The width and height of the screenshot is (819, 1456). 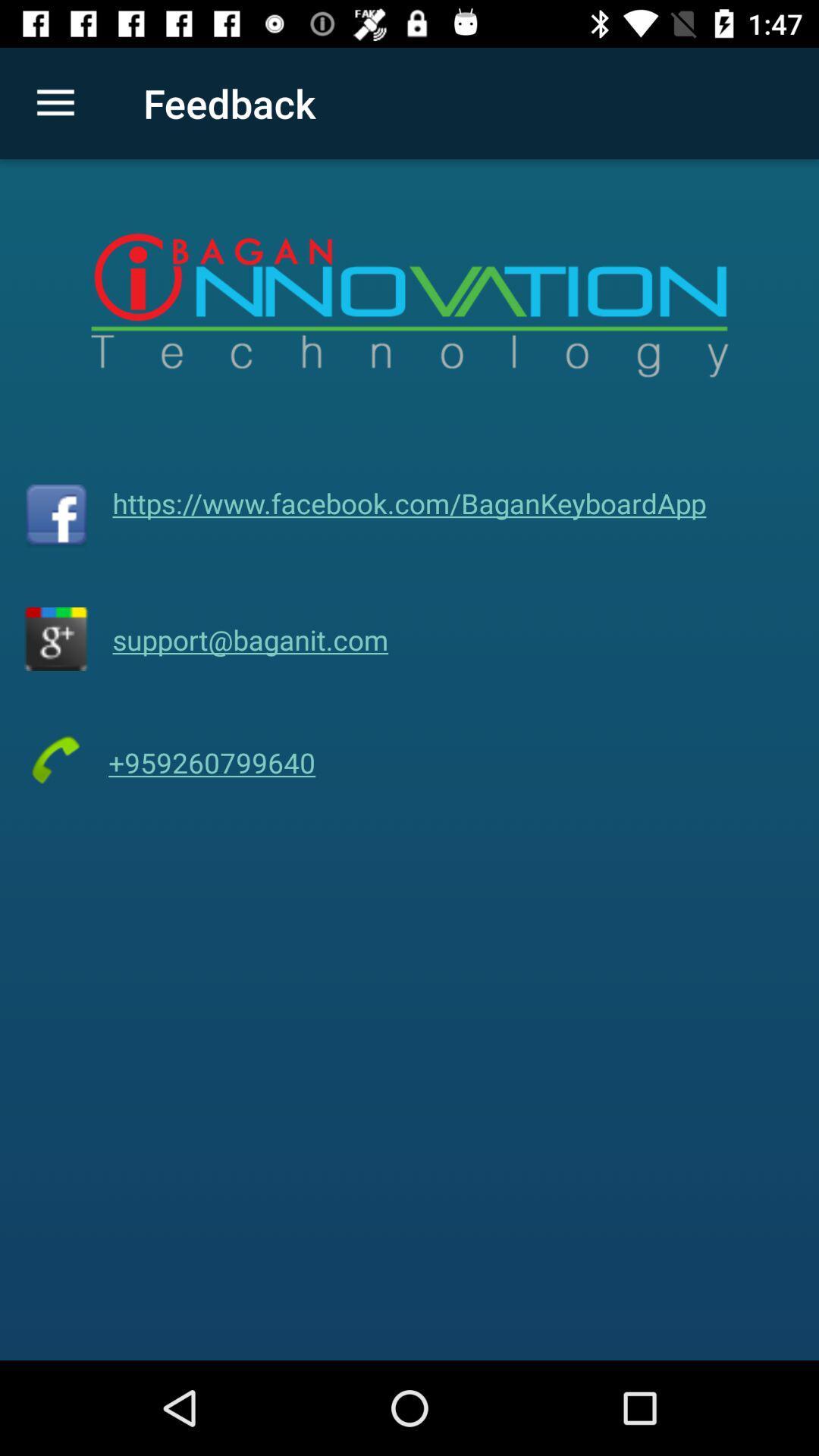 What do you see at coordinates (55, 102) in the screenshot?
I see `item to the left of the feedback item` at bounding box center [55, 102].